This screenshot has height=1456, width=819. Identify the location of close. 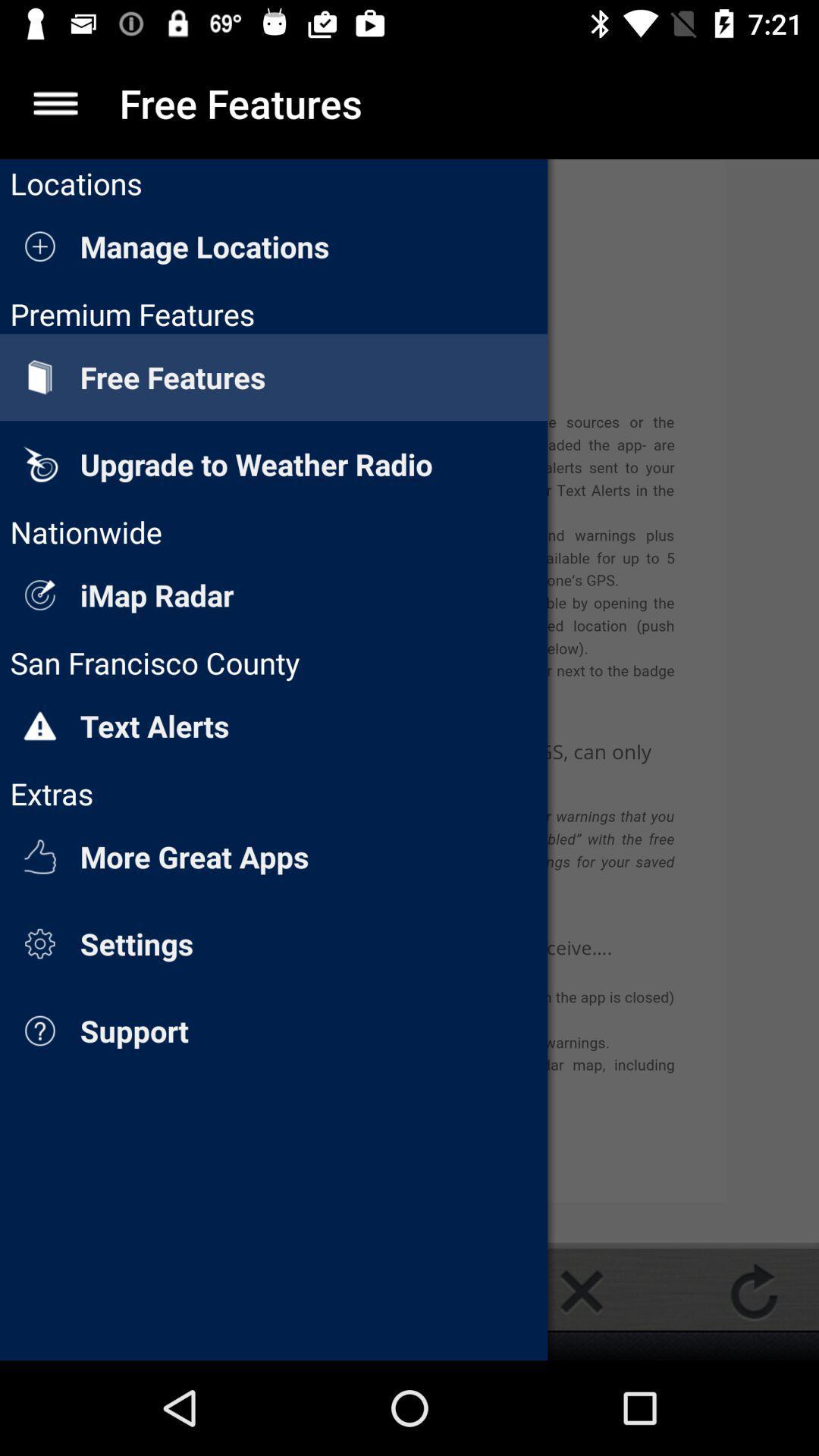
(581, 1291).